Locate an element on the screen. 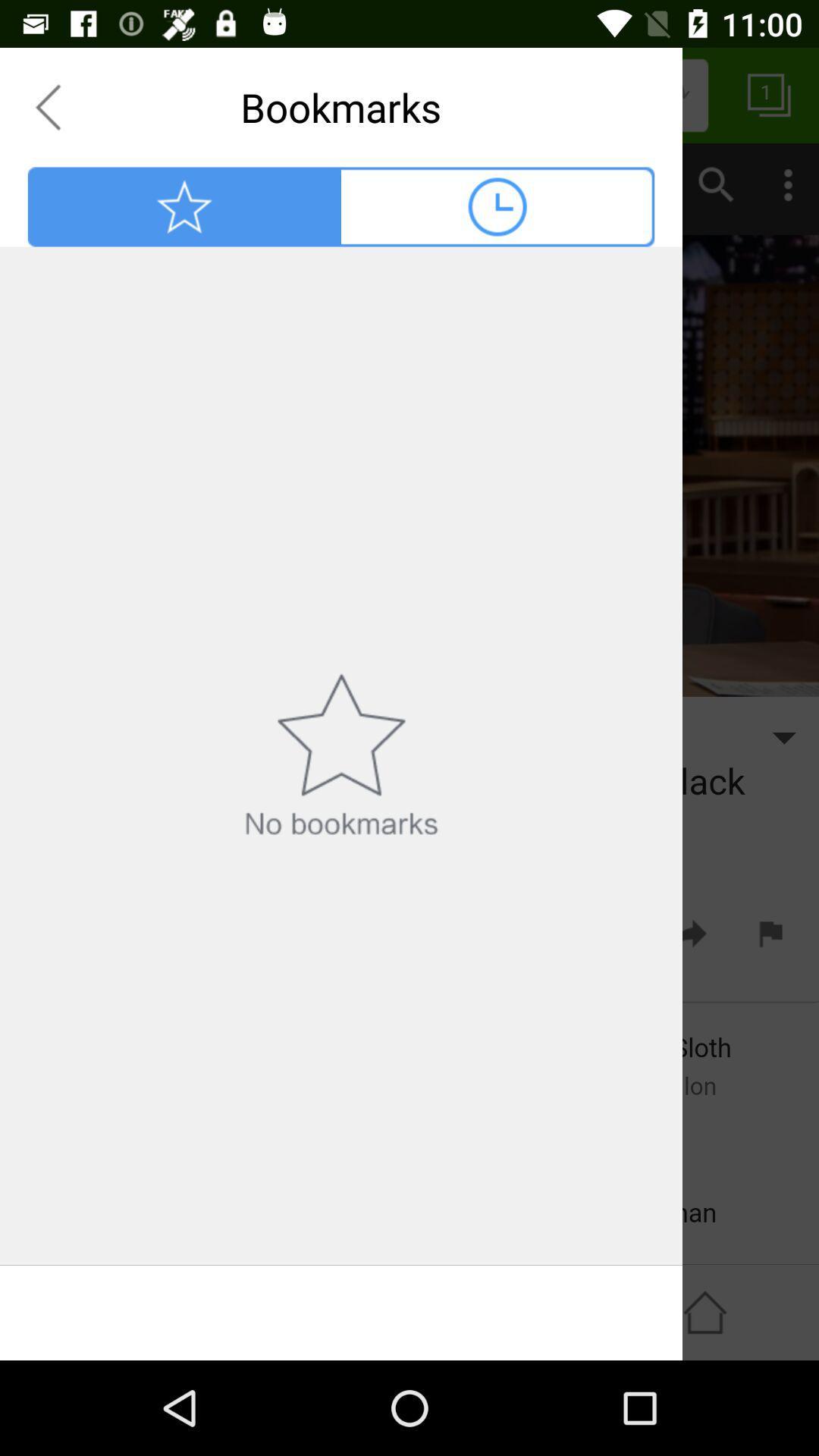 Image resolution: width=819 pixels, height=1456 pixels. goes back is located at coordinates (46, 106).